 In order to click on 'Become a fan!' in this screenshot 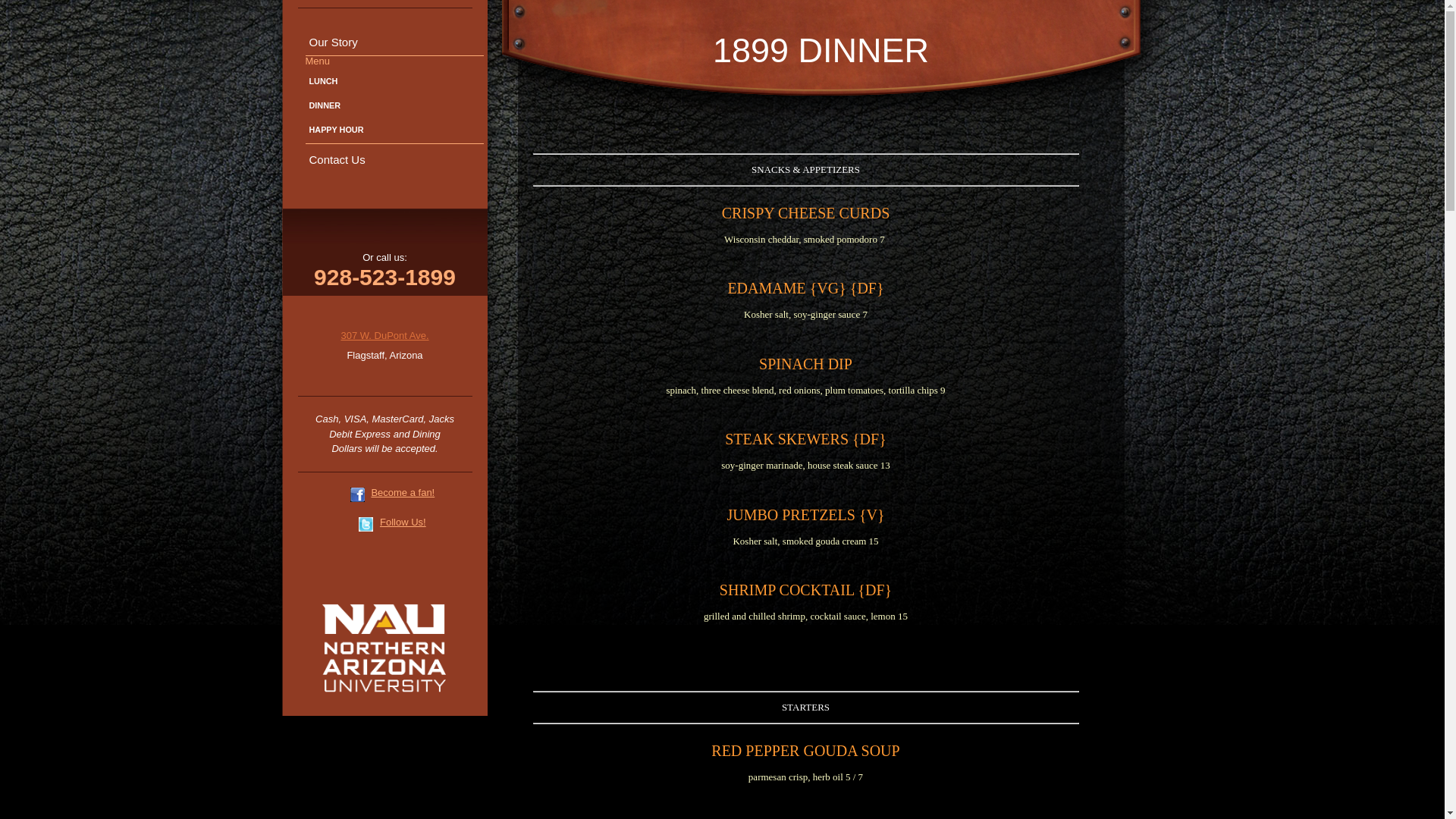, I will do `click(403, 492)`.